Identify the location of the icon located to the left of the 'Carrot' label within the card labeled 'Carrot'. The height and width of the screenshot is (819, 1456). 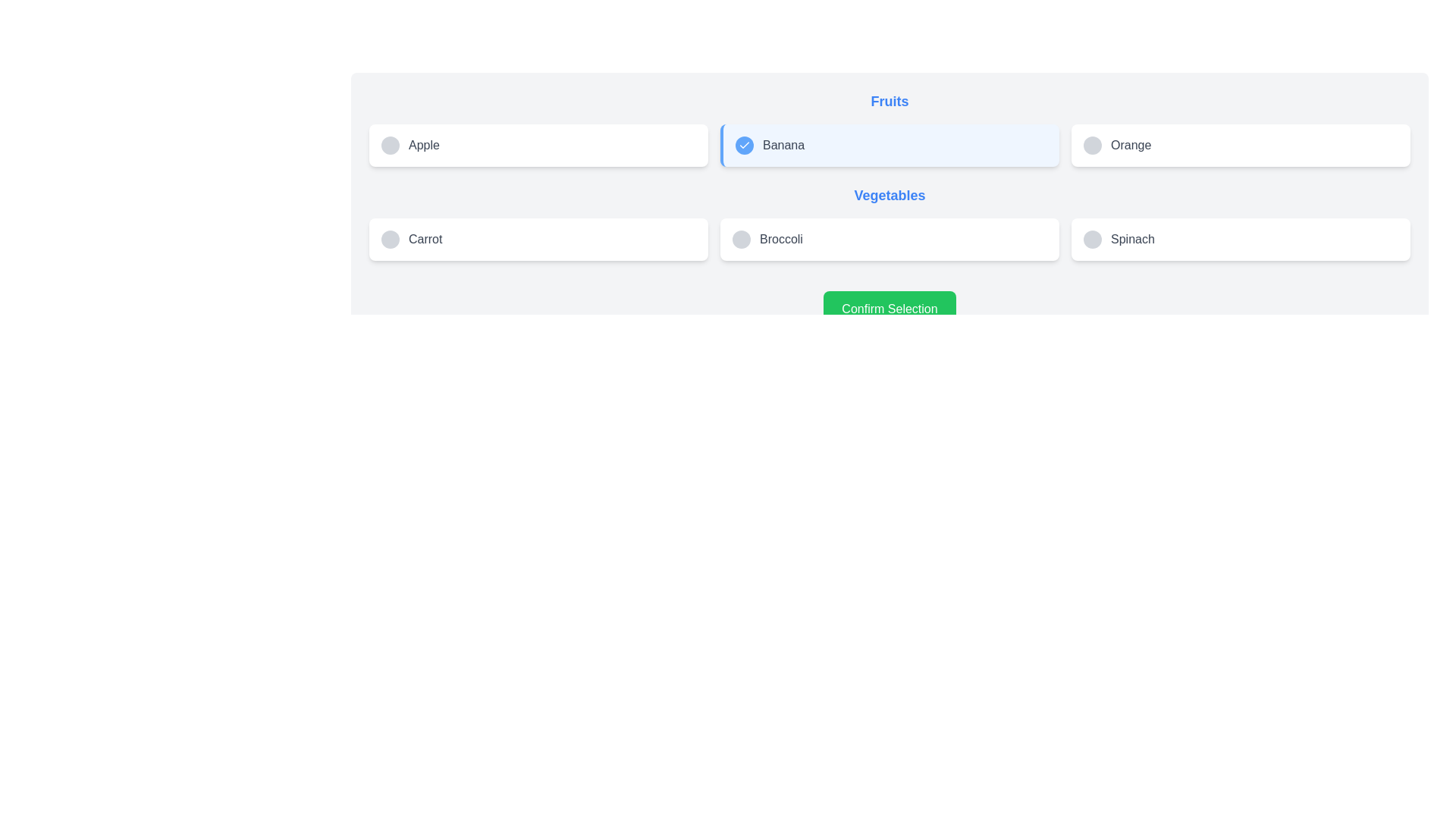
(390, 239).